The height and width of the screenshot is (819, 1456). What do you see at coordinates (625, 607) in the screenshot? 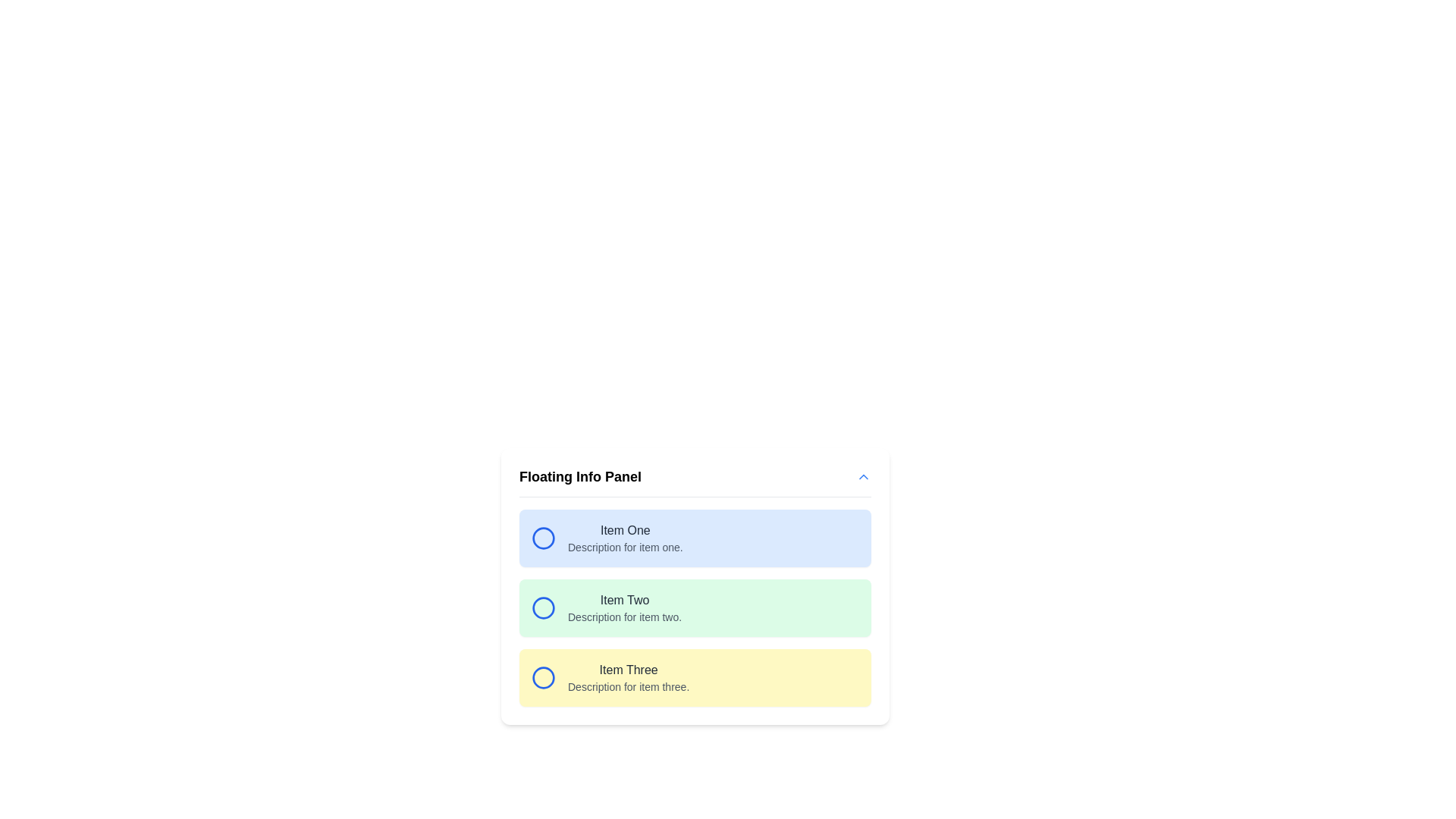
I see `the second informational Text block in the 'Floating Info Panel' that provides details about the second item in the list` at bounding box center [625, 607].